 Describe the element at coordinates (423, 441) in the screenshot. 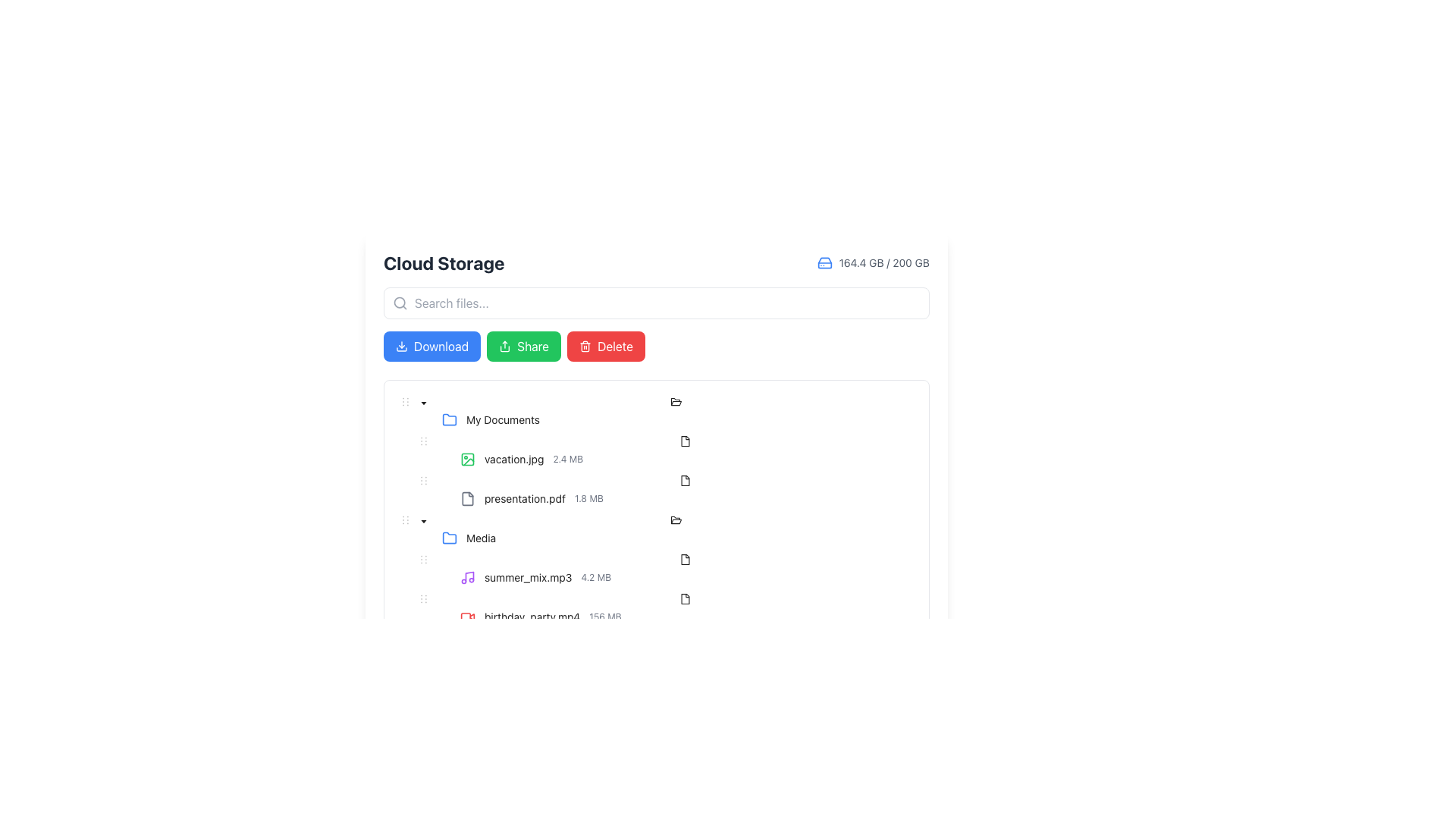

I see `the draggable handle located to the left of the entry labeled 'vacation.jpg 2.4 MB' in the 'My Documents' folder directory listing` at that location.